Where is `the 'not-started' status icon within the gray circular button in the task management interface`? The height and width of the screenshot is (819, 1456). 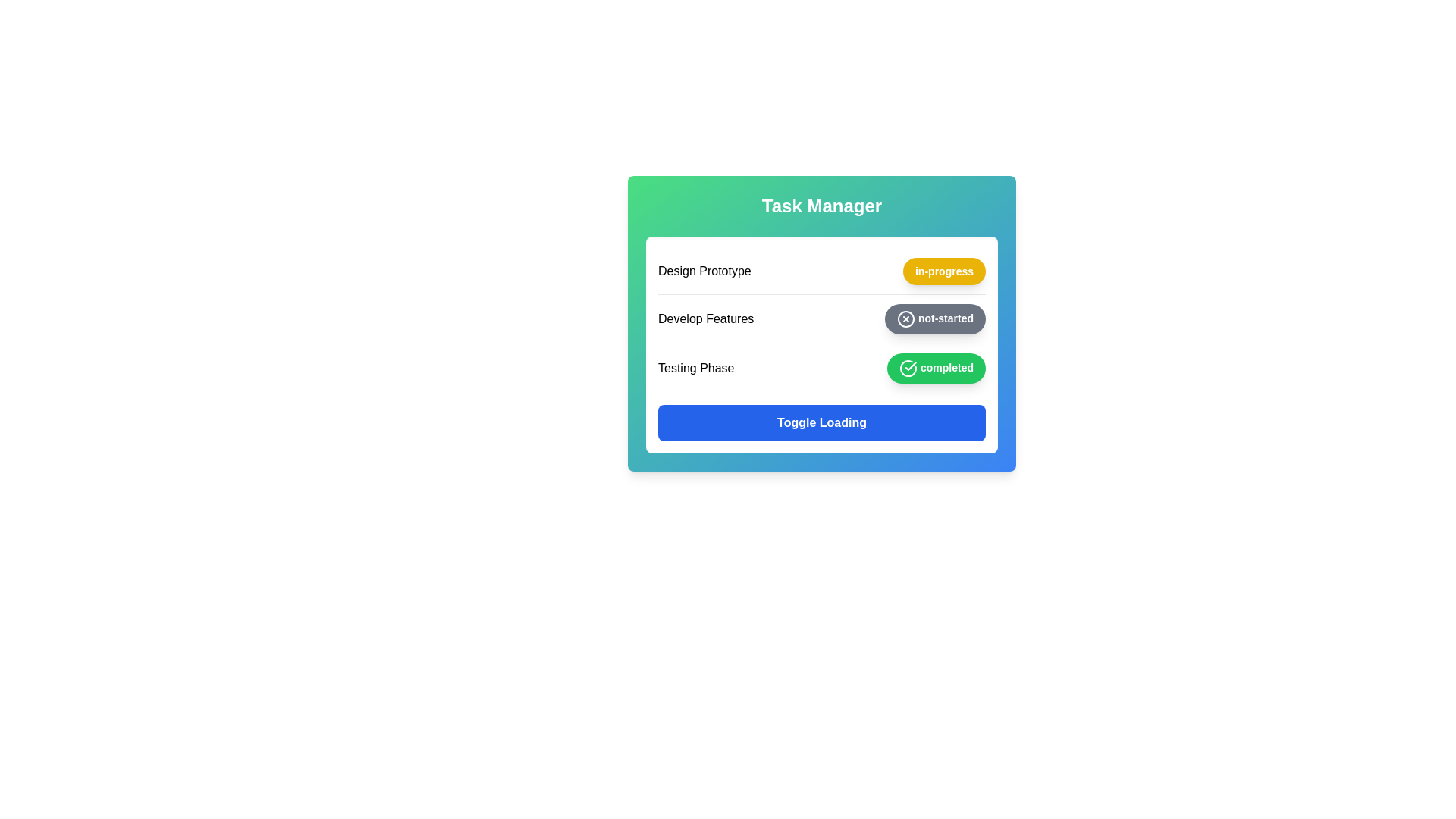 the 'not-started' status icon within the gray circular button in the task management interface is located at coordinates (905, 318).